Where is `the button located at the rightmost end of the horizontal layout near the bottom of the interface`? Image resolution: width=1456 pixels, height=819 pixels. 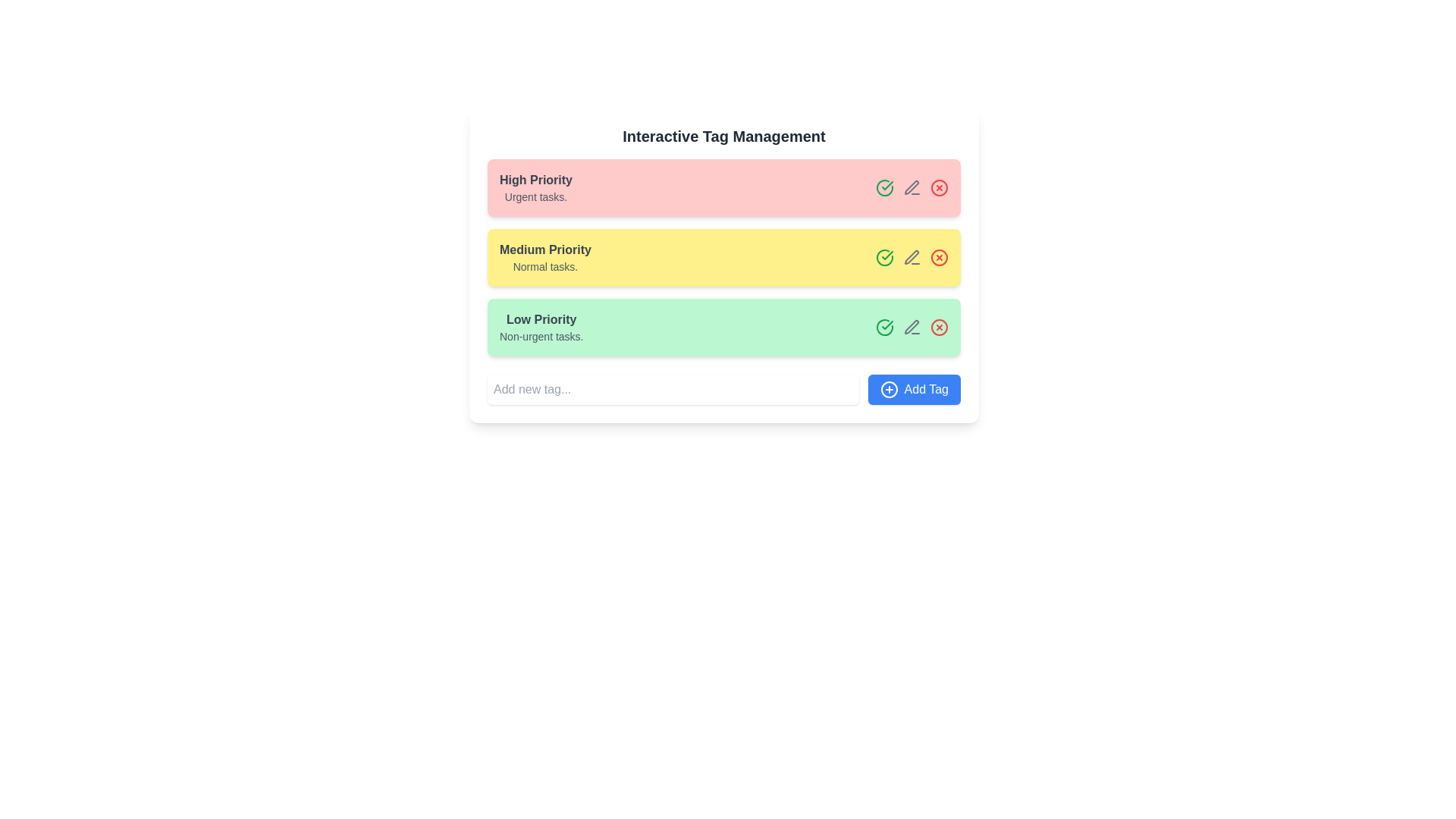 the button located at the rightmost end of the horizontal layout near the bottom of the interface is located at coordinates (913, 388).